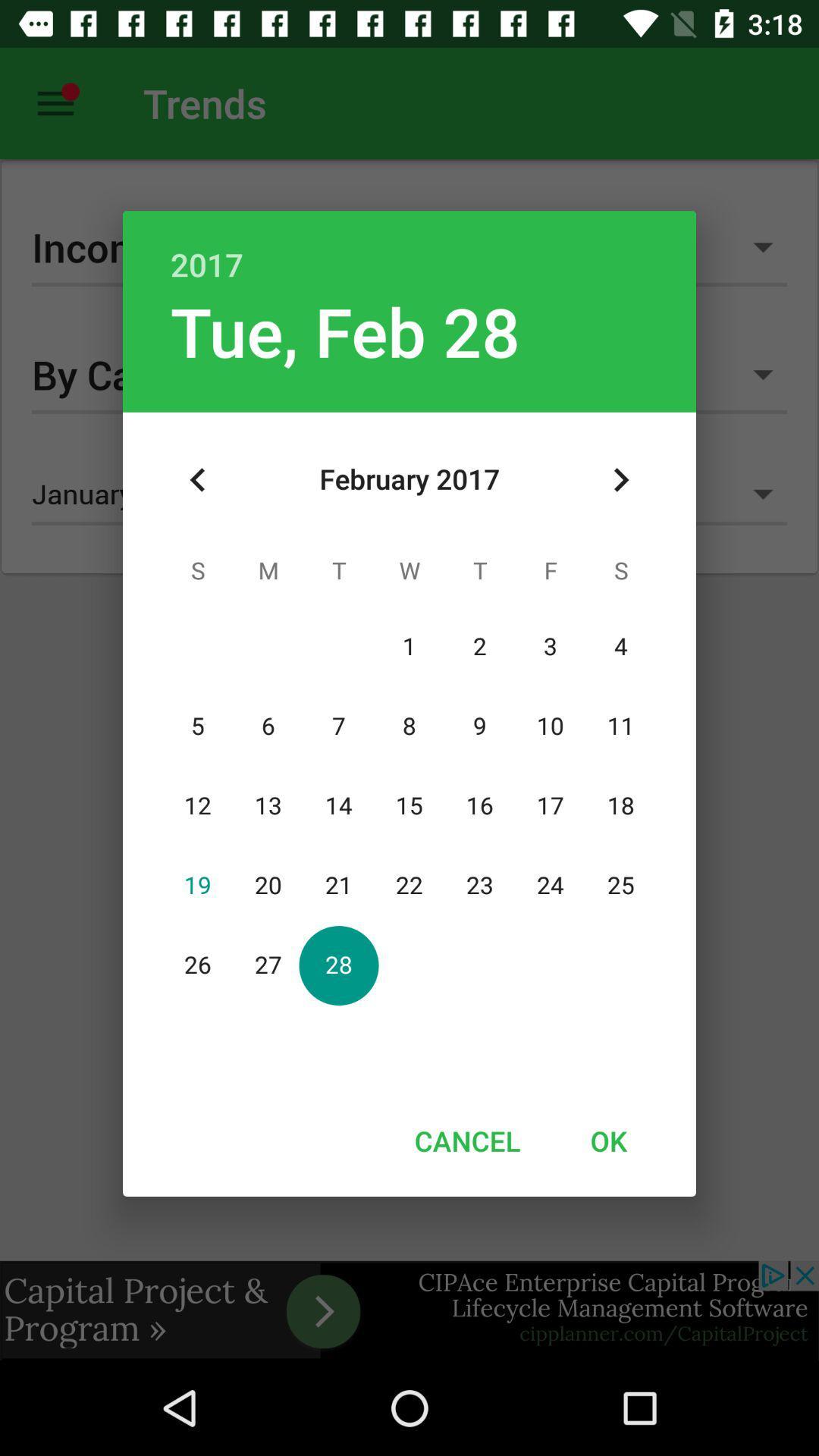 The height and width of the screenshot is (1456, 819). What do you see at coordinates (409, 248) in the screenshot?
I see `the 2017 item` at bounding box center [409, 248].